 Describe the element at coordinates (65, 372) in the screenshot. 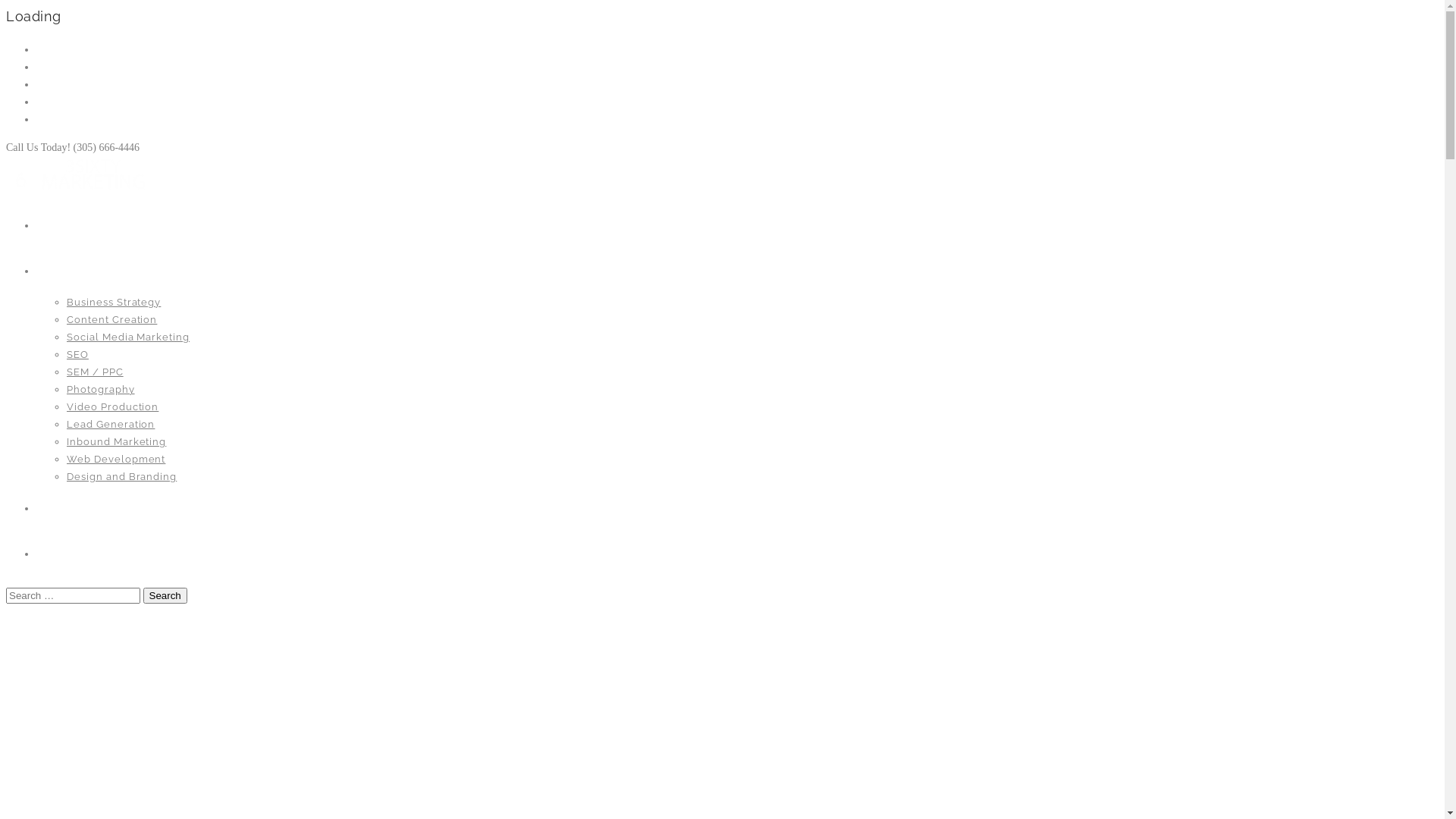

I see `'SEM / PPC'` at that location.